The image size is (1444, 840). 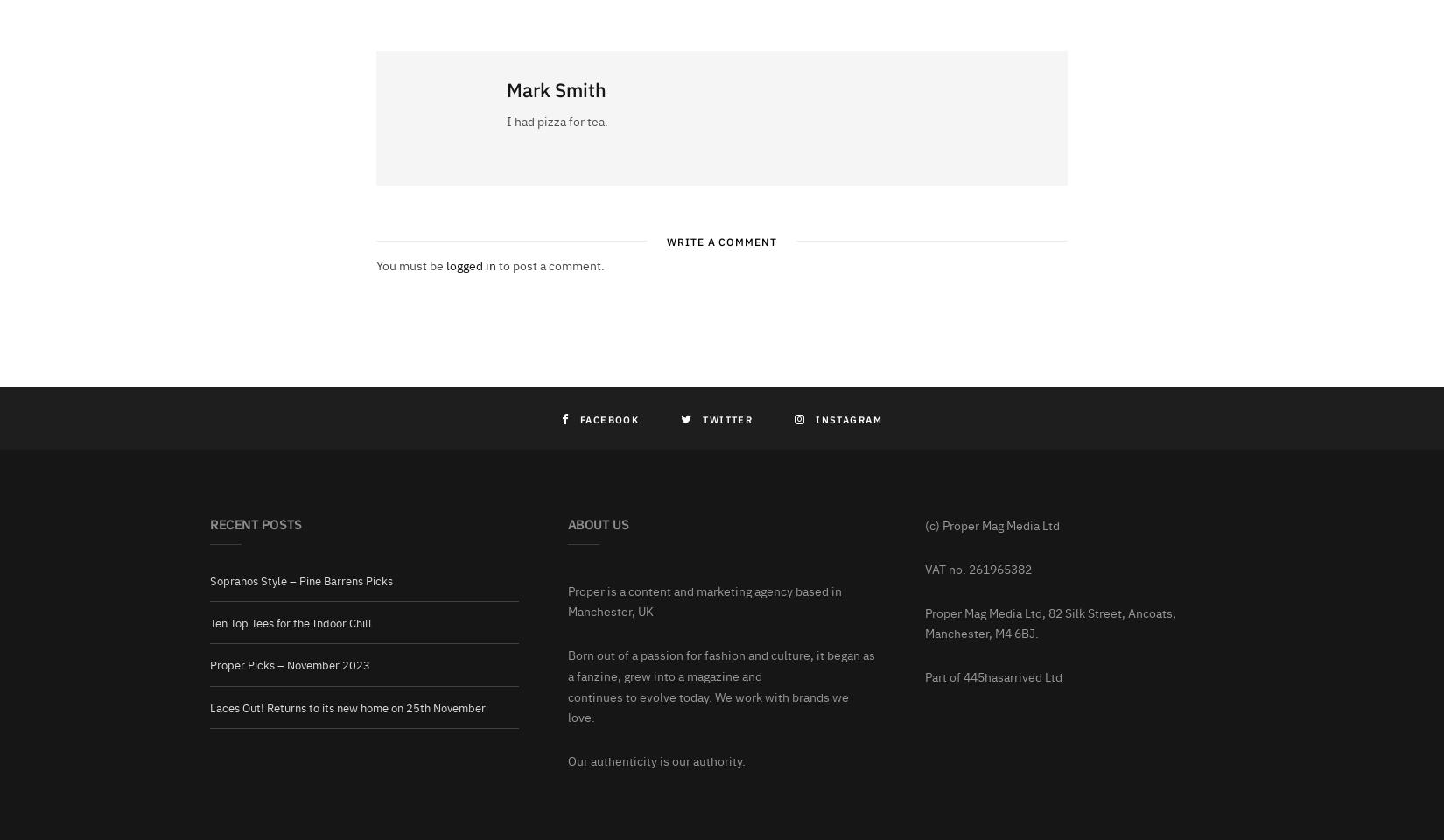 I want to click on 'Recent Posts', so click(x=210, y=523).